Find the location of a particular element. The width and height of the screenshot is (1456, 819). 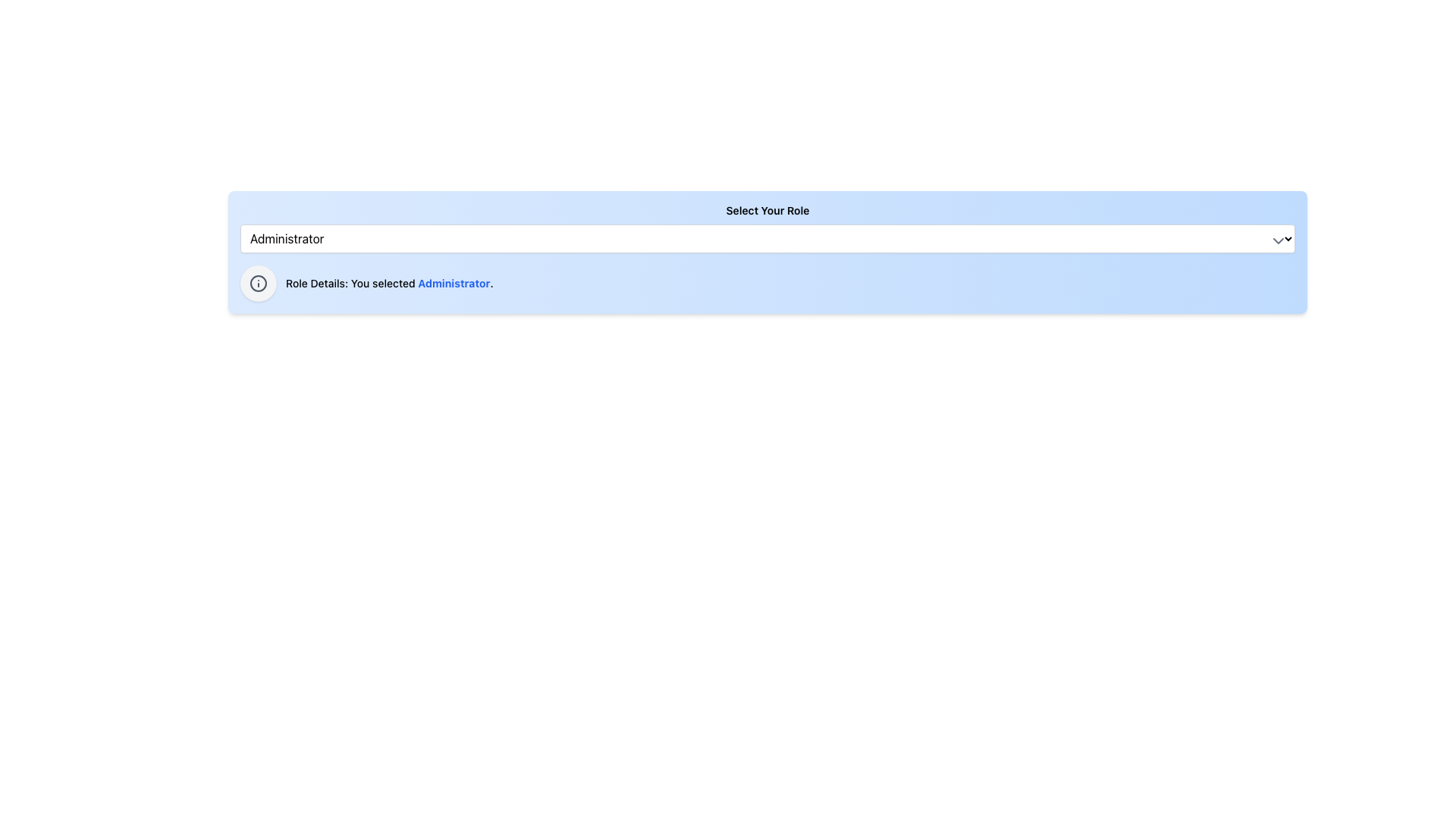

the small, circular icon with a grey border and a light grey background that contains a minimalist information symbol, located near the top-left part of the 'Role Details' section is located at coordinates (258, 284).